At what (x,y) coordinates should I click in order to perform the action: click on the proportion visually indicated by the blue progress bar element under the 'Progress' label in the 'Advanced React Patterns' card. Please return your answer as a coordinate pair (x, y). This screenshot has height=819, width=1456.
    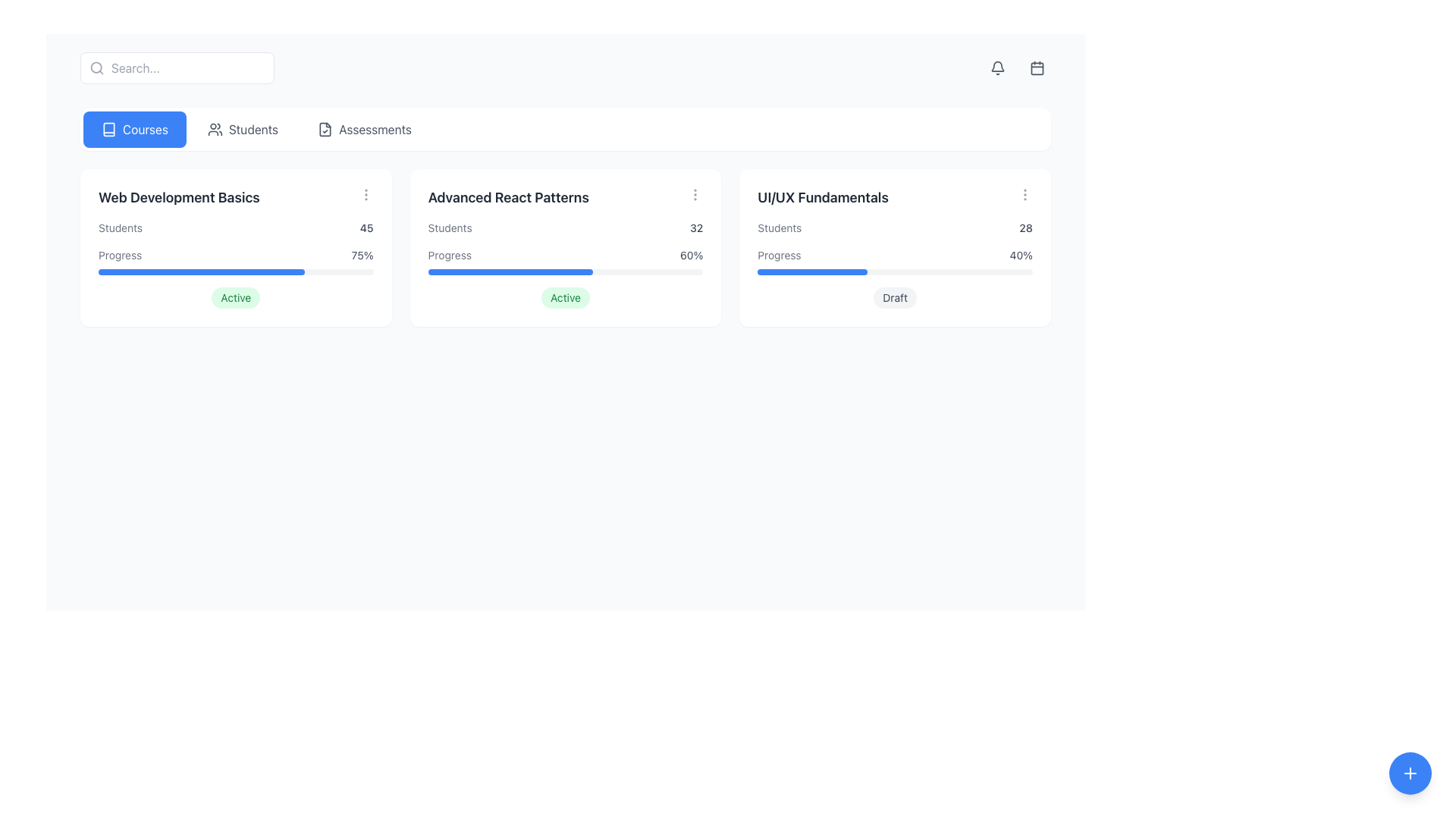
    Looking at the image, I should click on (510, 271).